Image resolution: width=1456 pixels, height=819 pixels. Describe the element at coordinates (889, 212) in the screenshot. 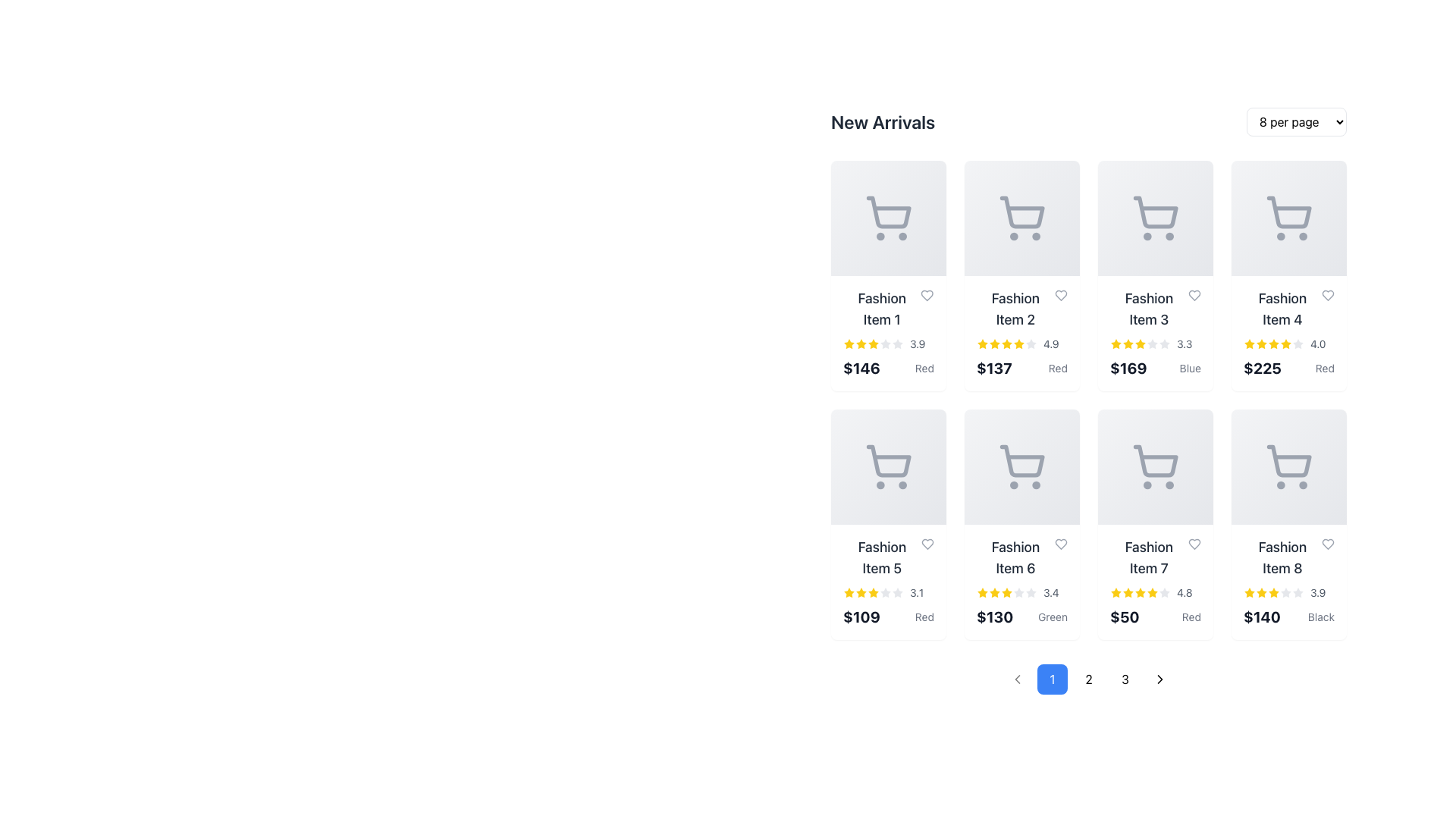

I see `the shopping cart icon in the left-most column of the first row in the 'New Arrivals' section related to 'Fashion Item 1'` at that location.